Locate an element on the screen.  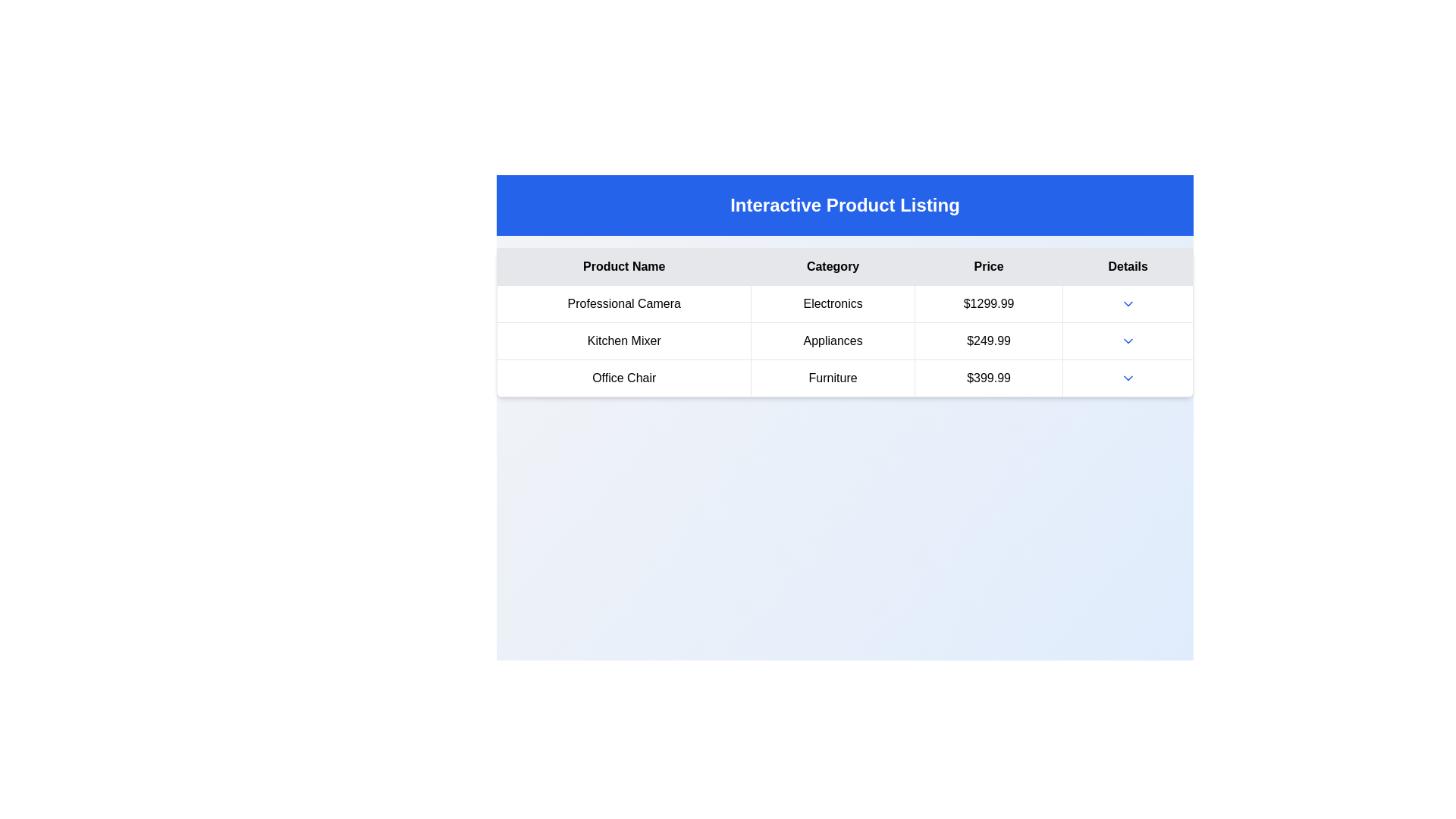
the static text field that displays the price of the 'Office Chair', located in the third row under the 'Price' column, positioned between the 'Furniture' cell and the 'Details' section is located at coordinates (989, 377).